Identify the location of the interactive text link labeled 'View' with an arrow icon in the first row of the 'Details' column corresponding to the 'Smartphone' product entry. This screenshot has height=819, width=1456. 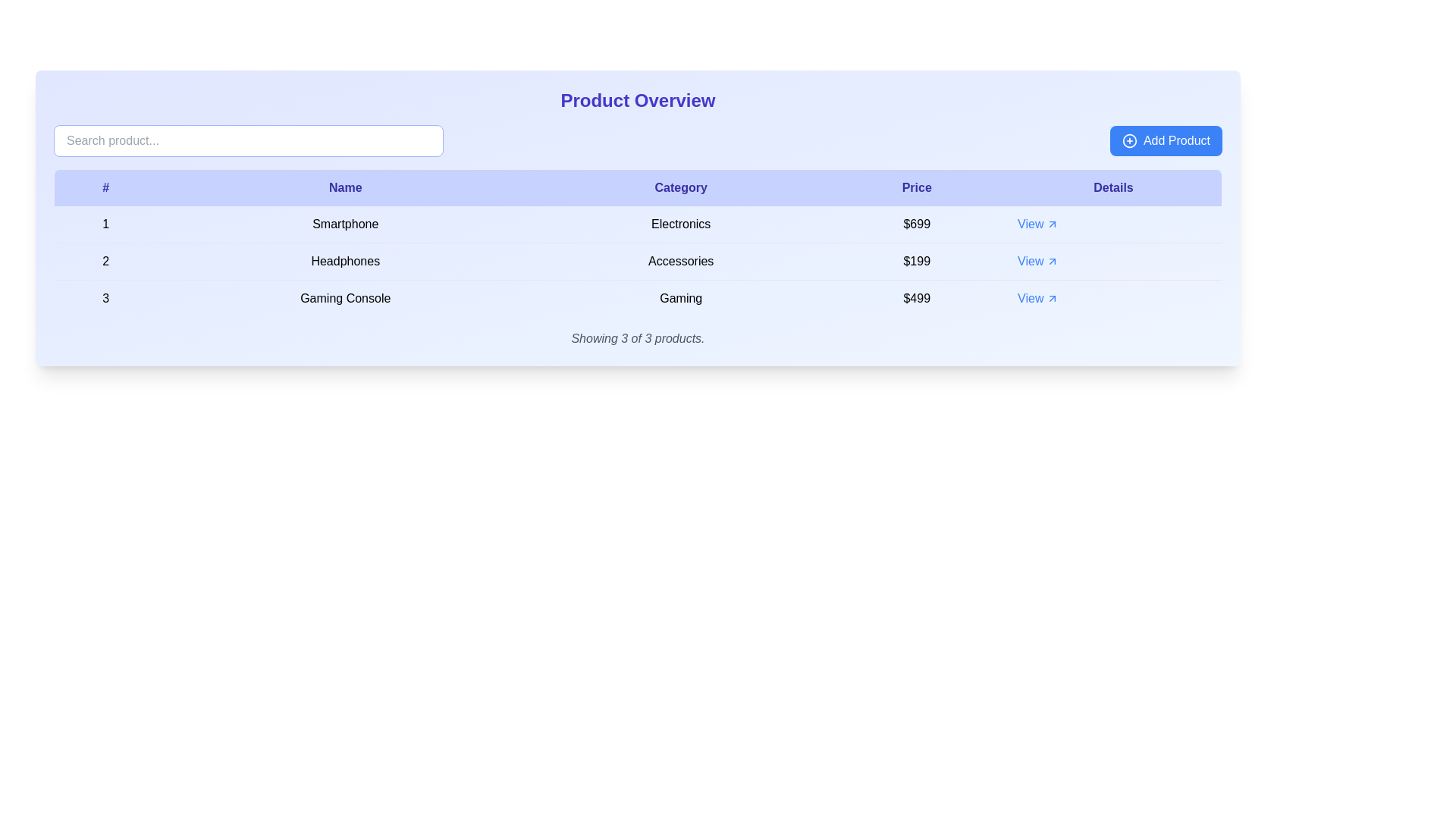
(1037, 224).